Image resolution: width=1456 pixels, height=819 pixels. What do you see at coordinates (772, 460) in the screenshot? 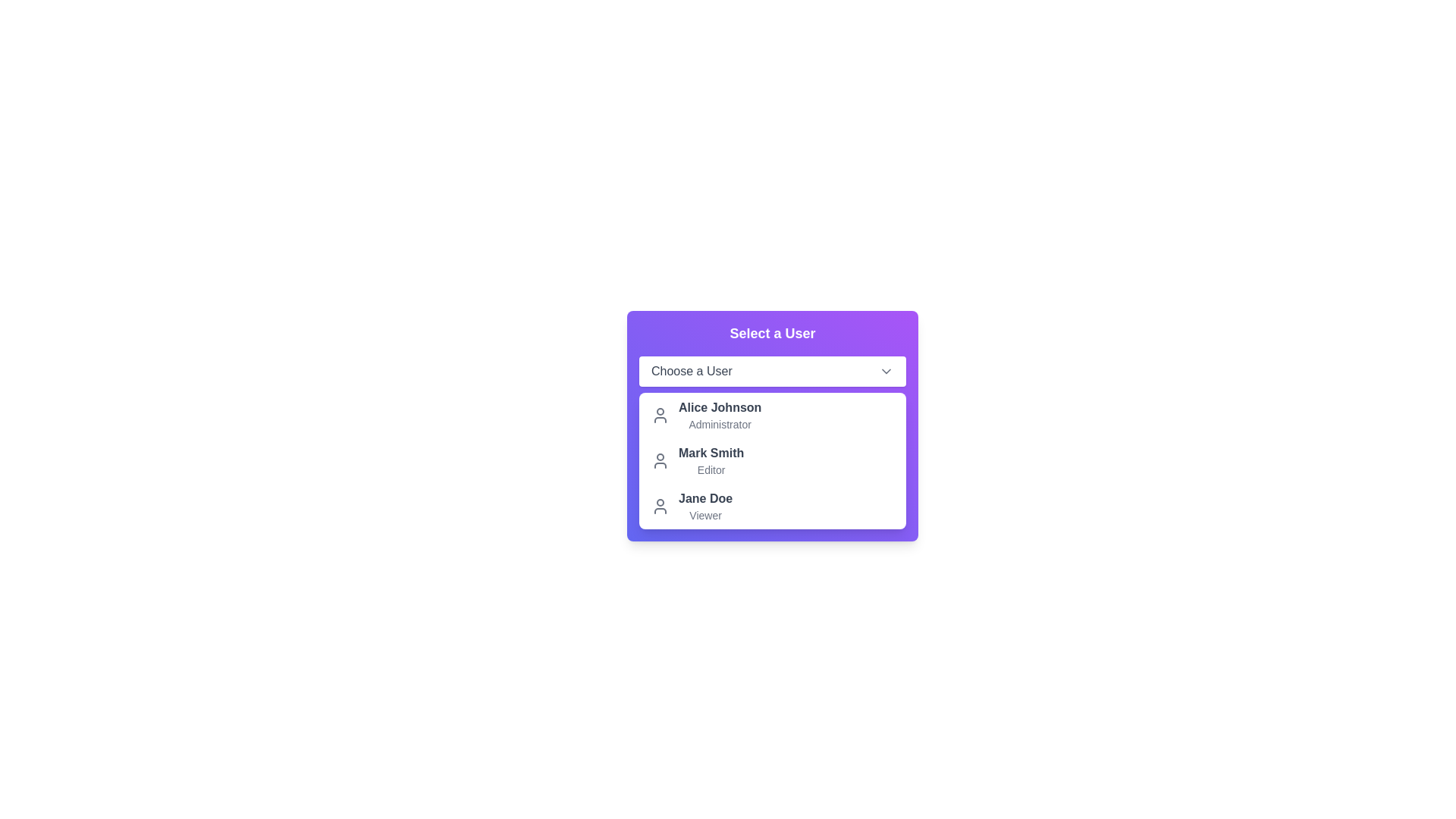
I see `the dropdown list item for 'Mark Smith, Editor'` at bounding box center [772, 460].